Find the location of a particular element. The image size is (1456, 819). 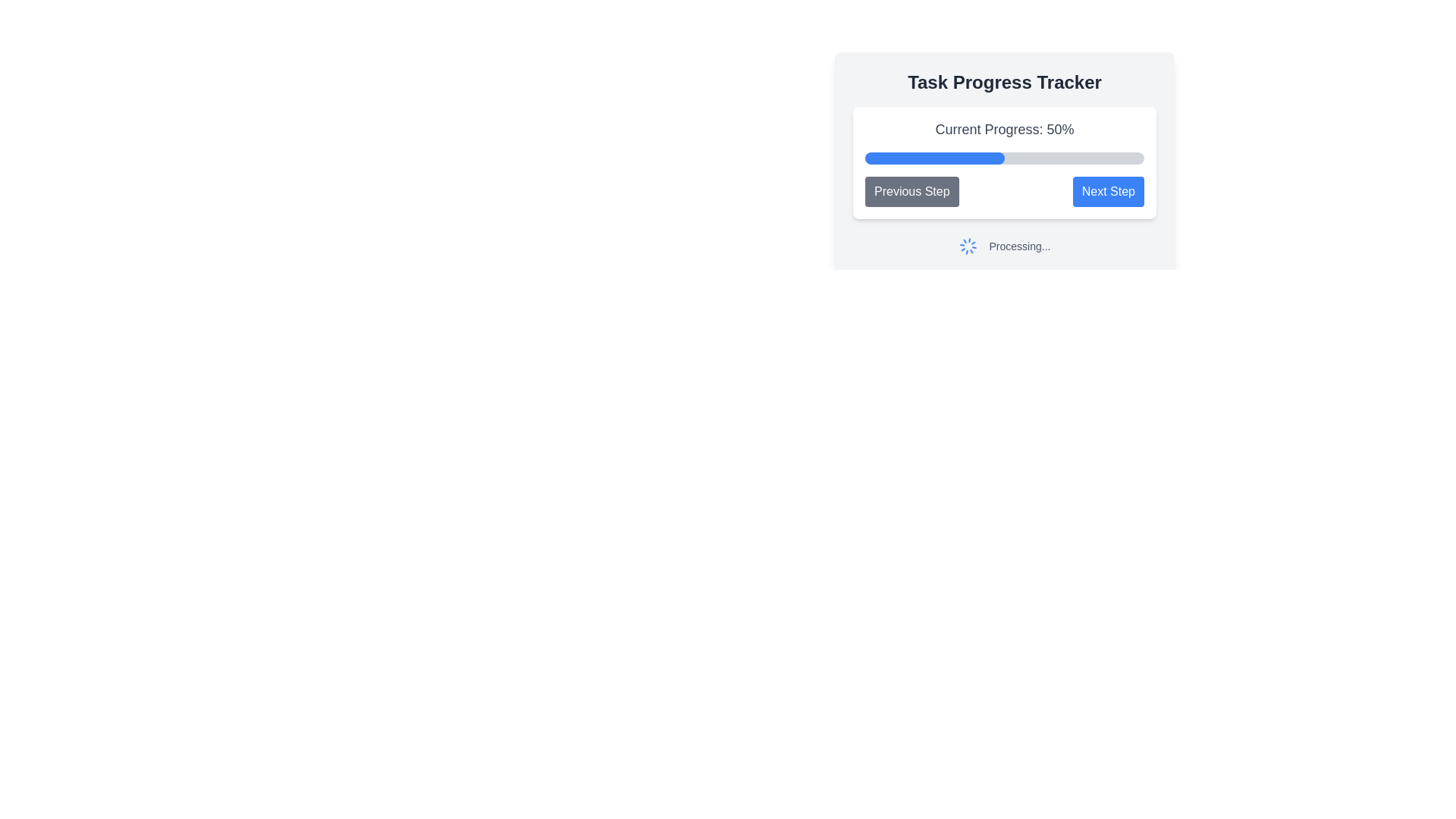

the progress bar indicator, which is a blue and gray bar indicating 50% progress, located centrally within its card, just below the 'Current Progress: 50%' text is located at coordinates (1004, 163).